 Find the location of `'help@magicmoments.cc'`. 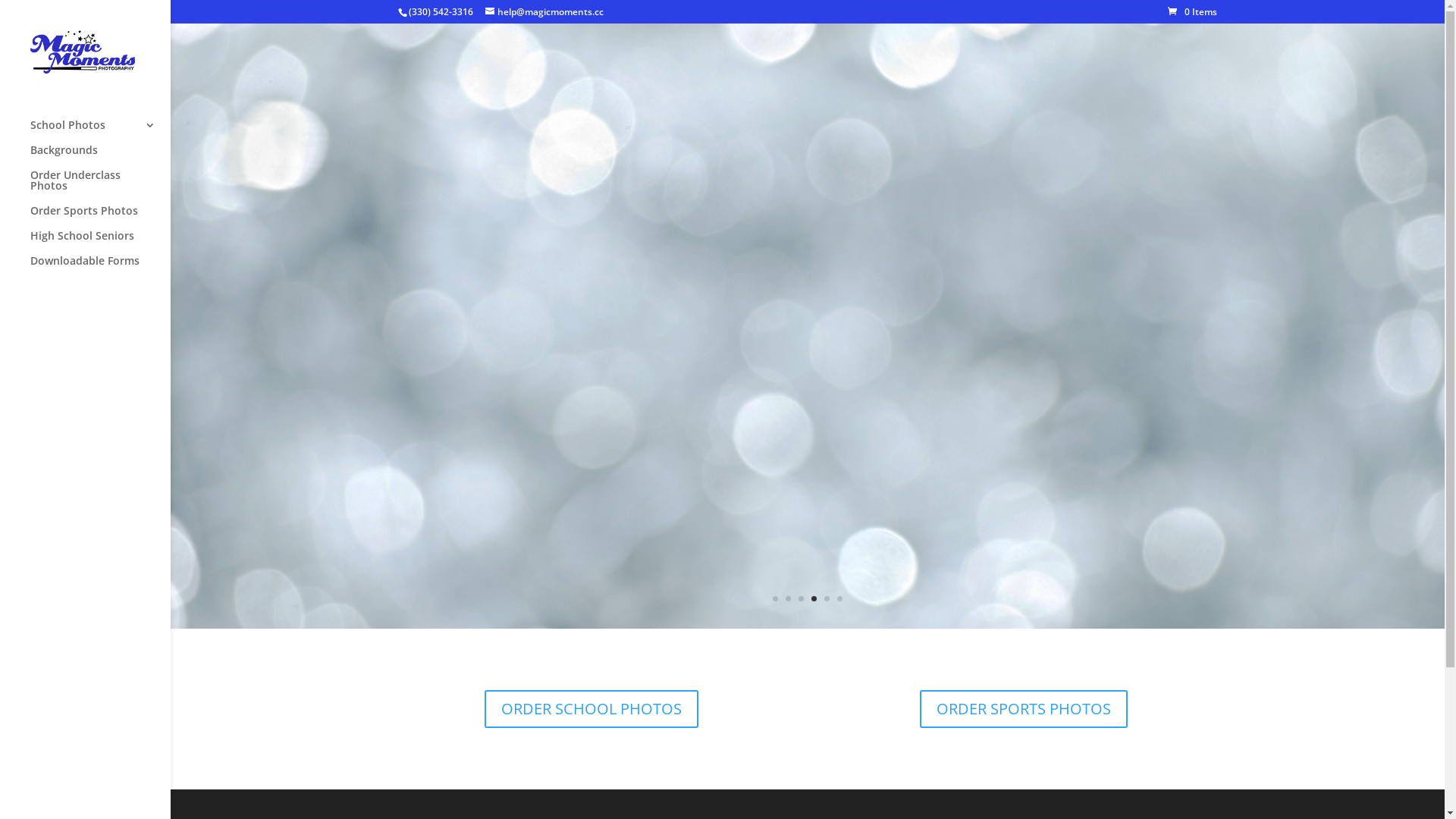

'help@magicmoments.cc' is located at coordinates (484, 11).